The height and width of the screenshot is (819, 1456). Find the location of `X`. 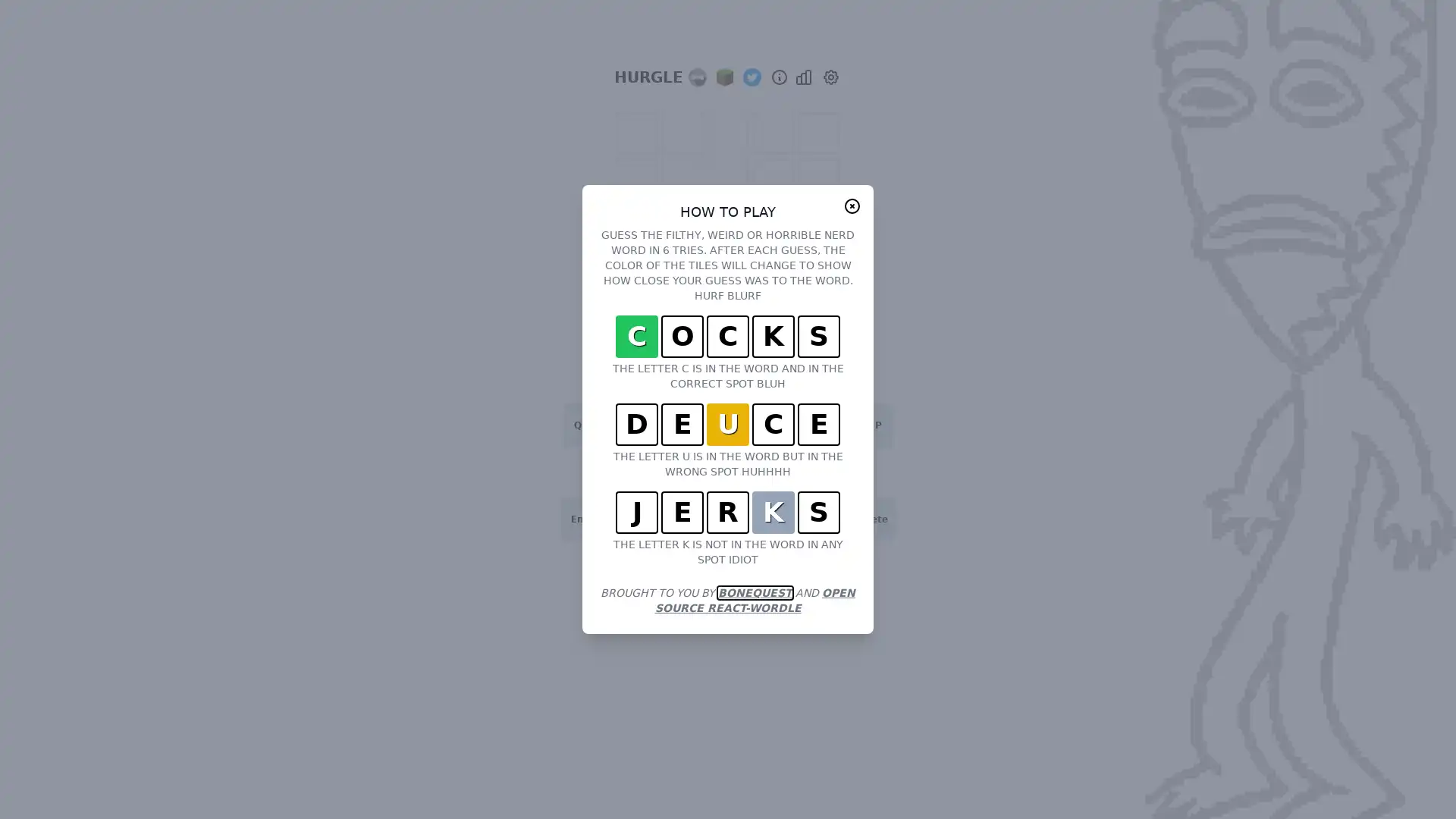

X is located at coordinates (661, 519).